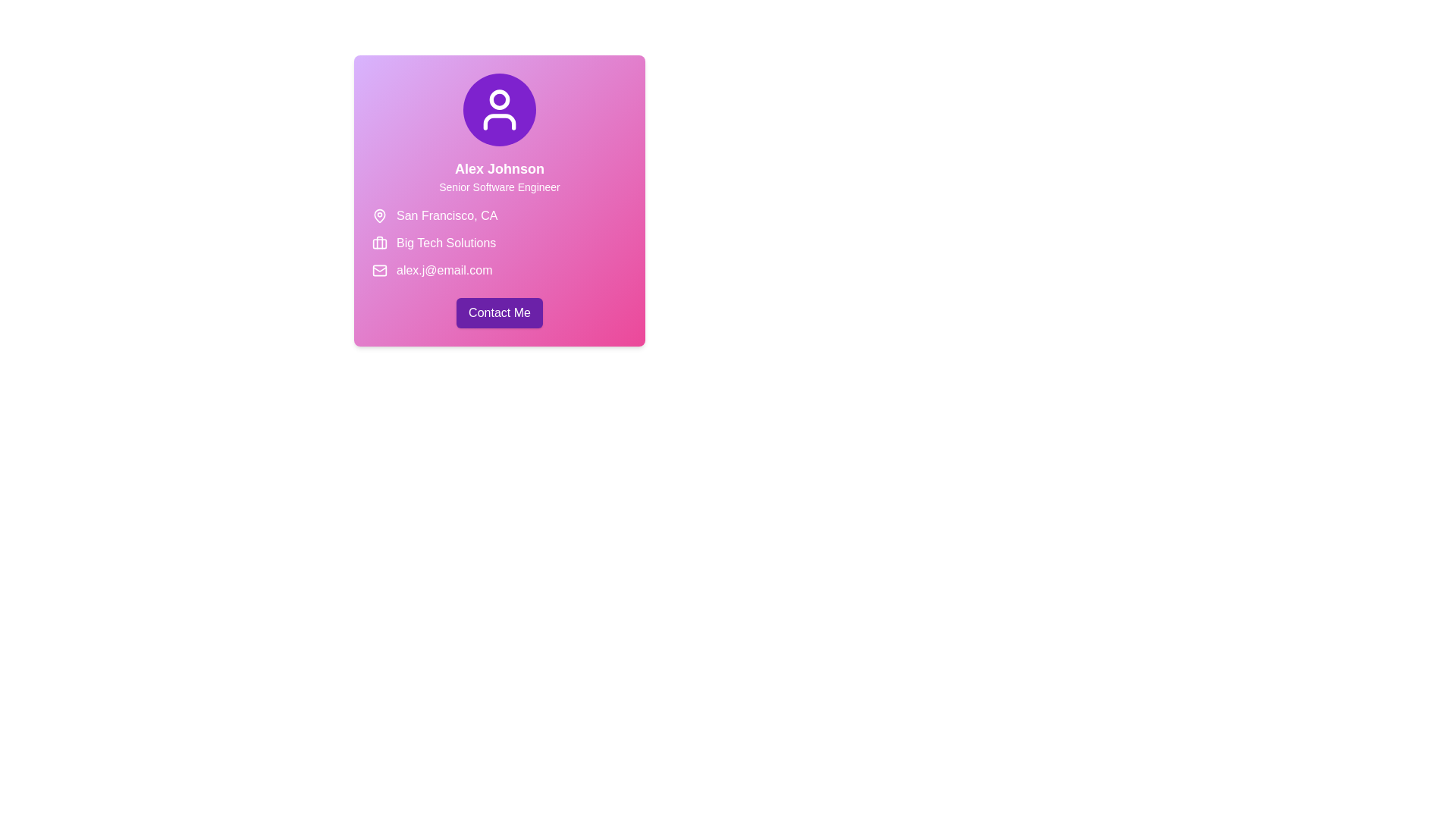  Describe the element at coordinates (499, 312) in the screenshot. I see `the call-to-action button located at the bottom center of the card component containing personal details about 'Alex Johnson'` at that location.